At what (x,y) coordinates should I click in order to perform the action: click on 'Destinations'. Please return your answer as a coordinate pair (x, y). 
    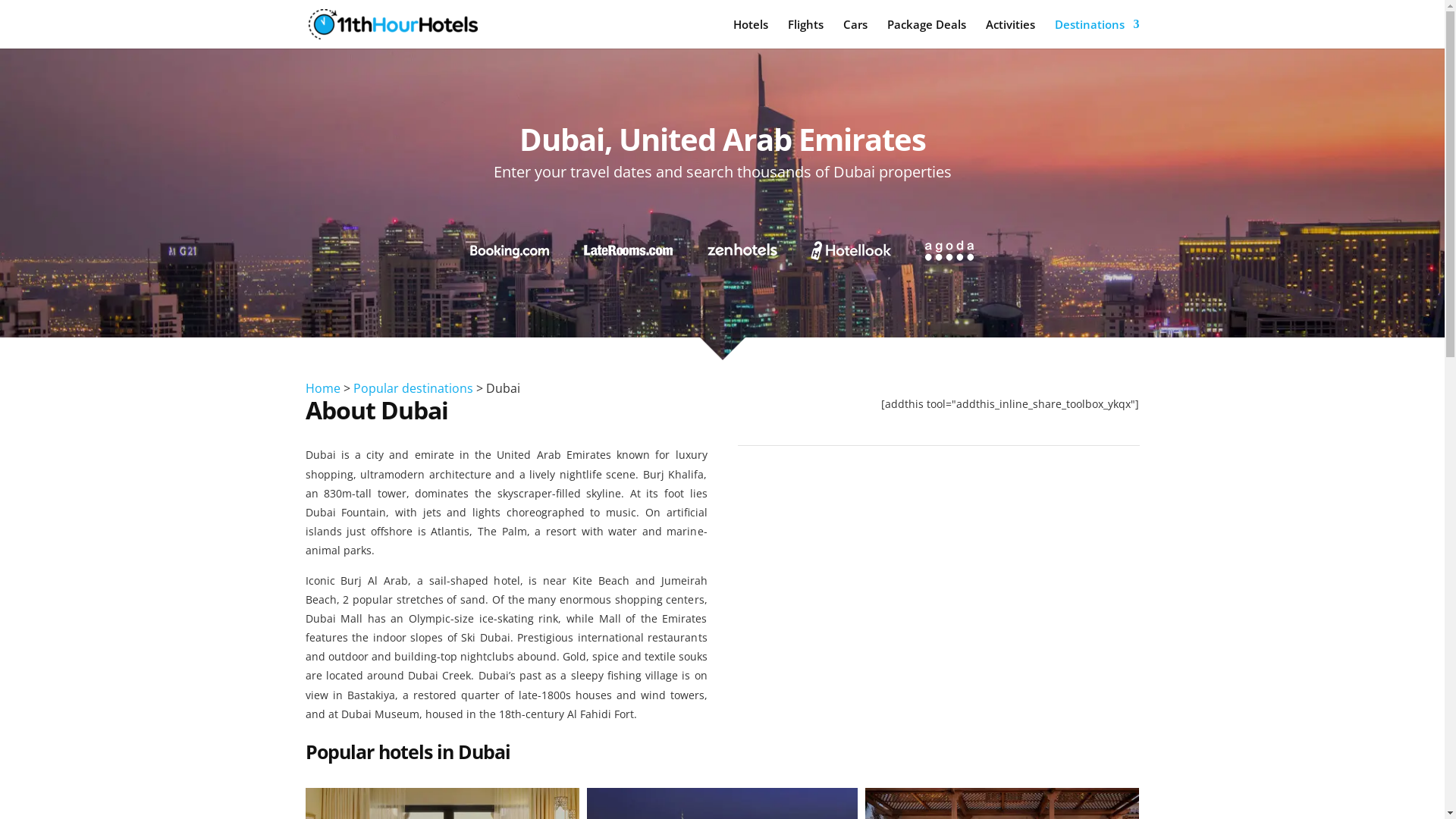
    Looking at the image, I should click on (1096, 33).